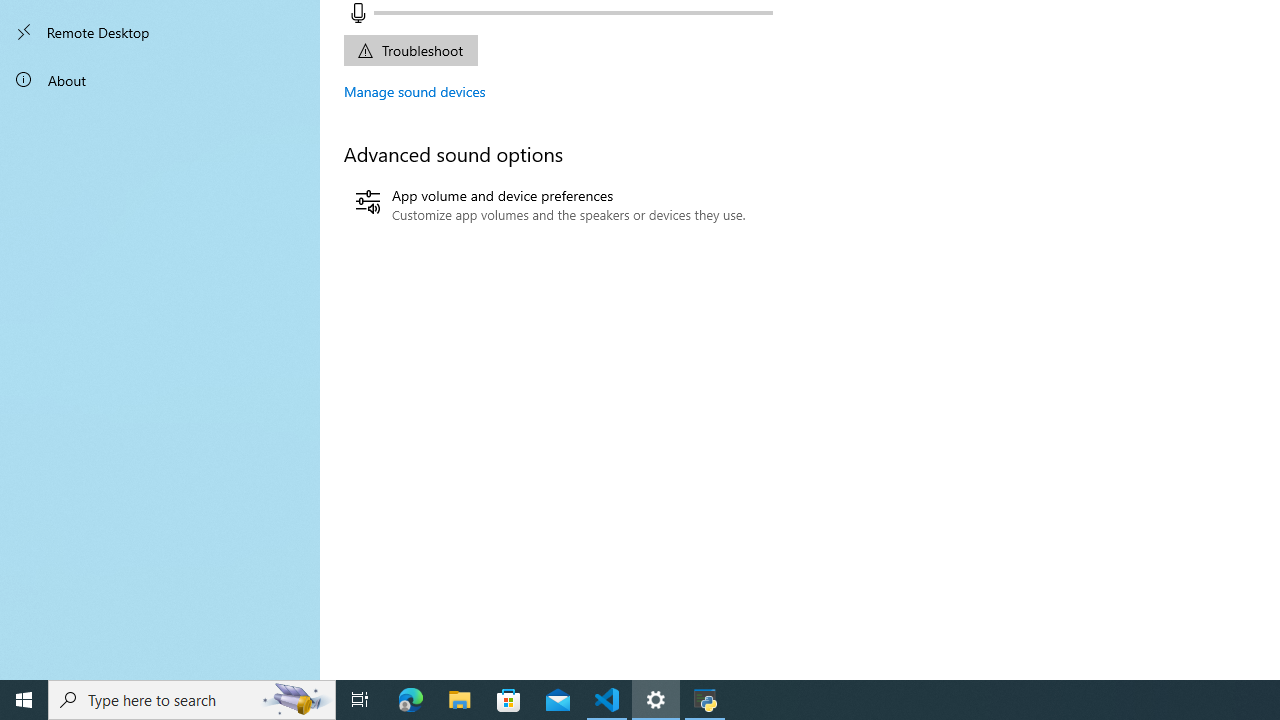 The height and width of the screenshot is (720, 1280). What do you see at coordinates (414, 91) in the screenshot?
I see `'Manage sound devices'` at bounding box center [414, 91].